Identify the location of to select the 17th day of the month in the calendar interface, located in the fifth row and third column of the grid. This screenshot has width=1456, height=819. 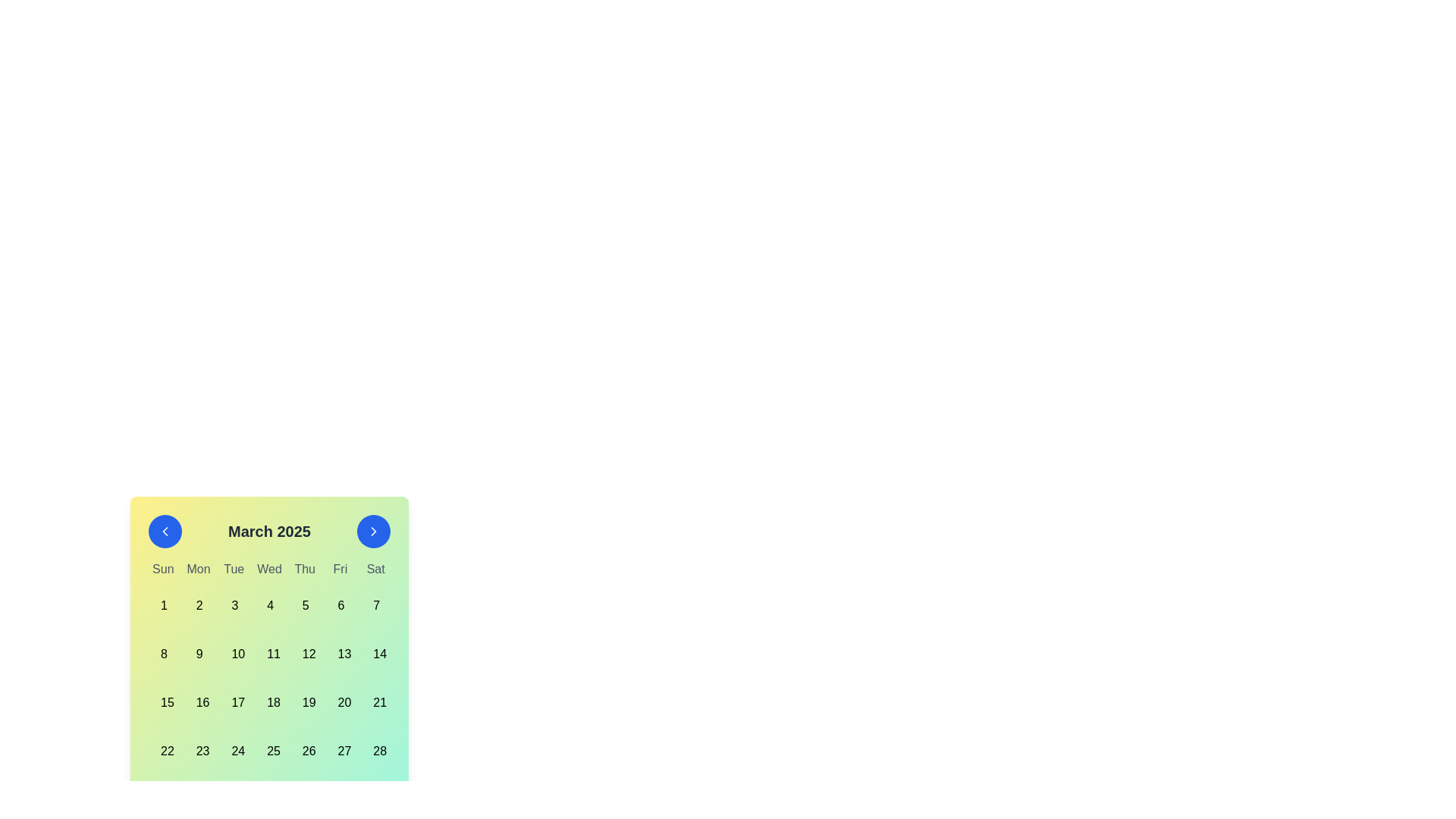
(233, 702).